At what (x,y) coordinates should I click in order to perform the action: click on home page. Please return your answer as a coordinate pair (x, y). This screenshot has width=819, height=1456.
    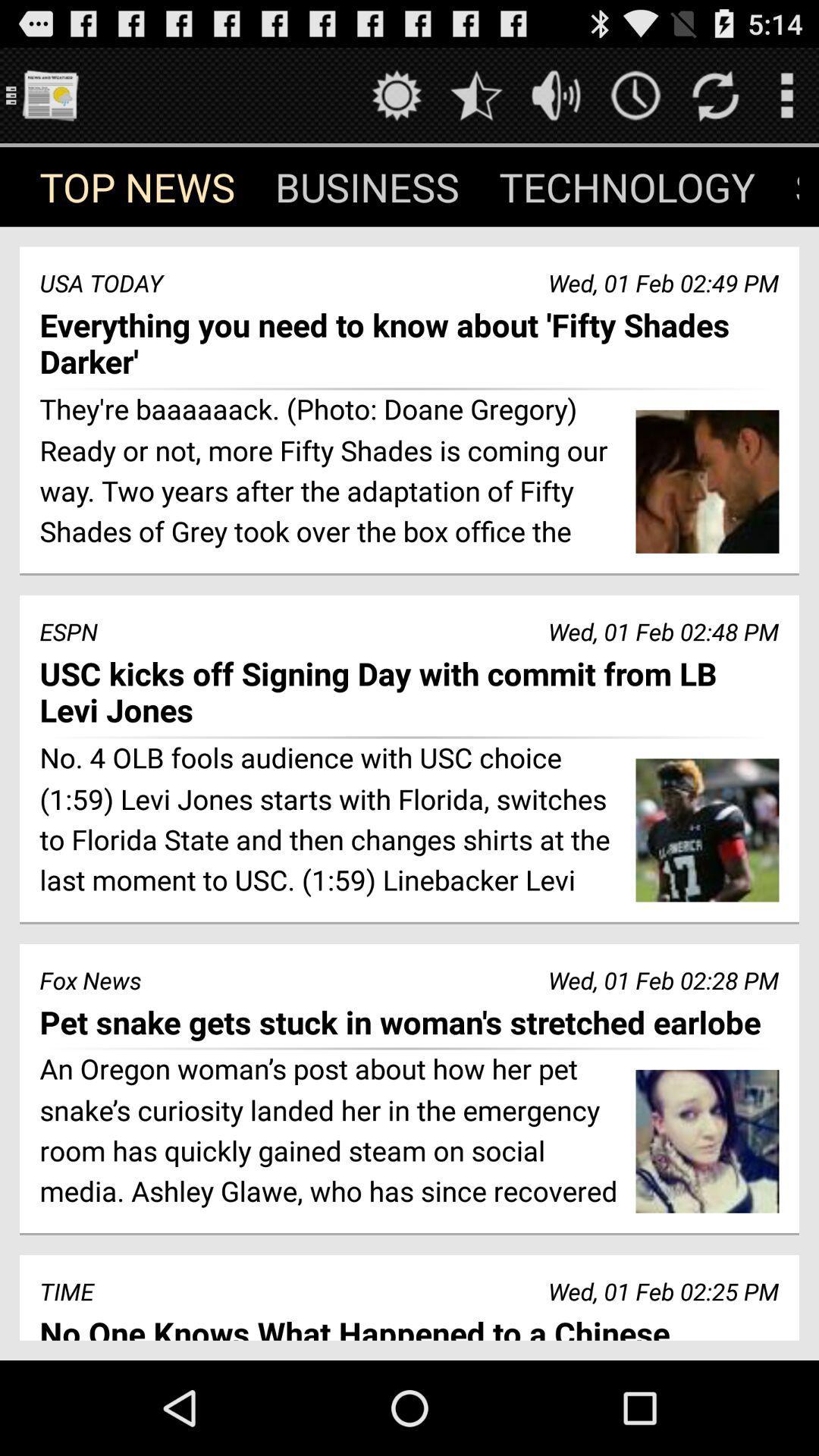
    Looking at the image, I should click on (49, 94).